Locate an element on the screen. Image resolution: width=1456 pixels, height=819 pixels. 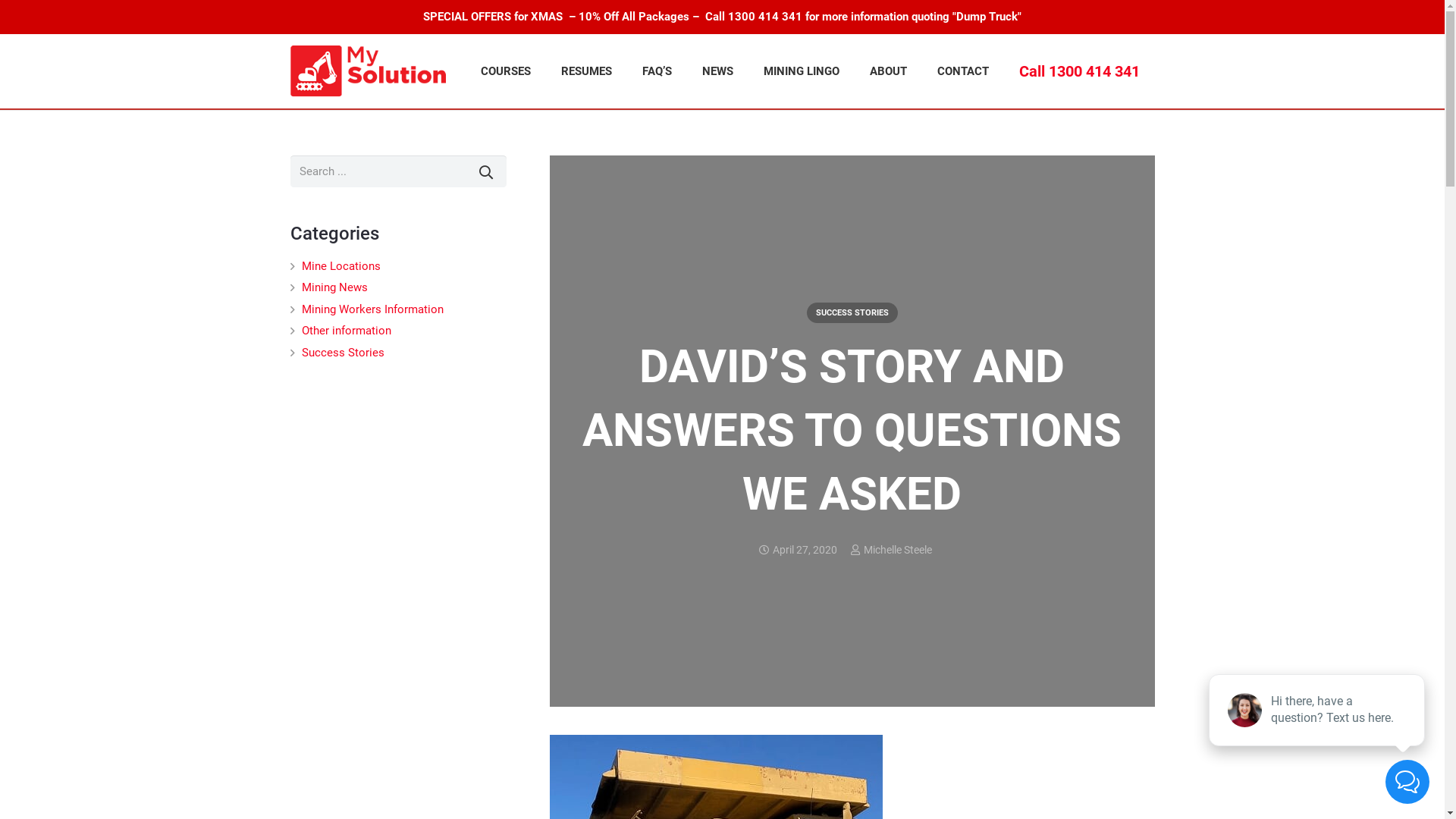
'Mining News' is located at coordinates (302, 287).